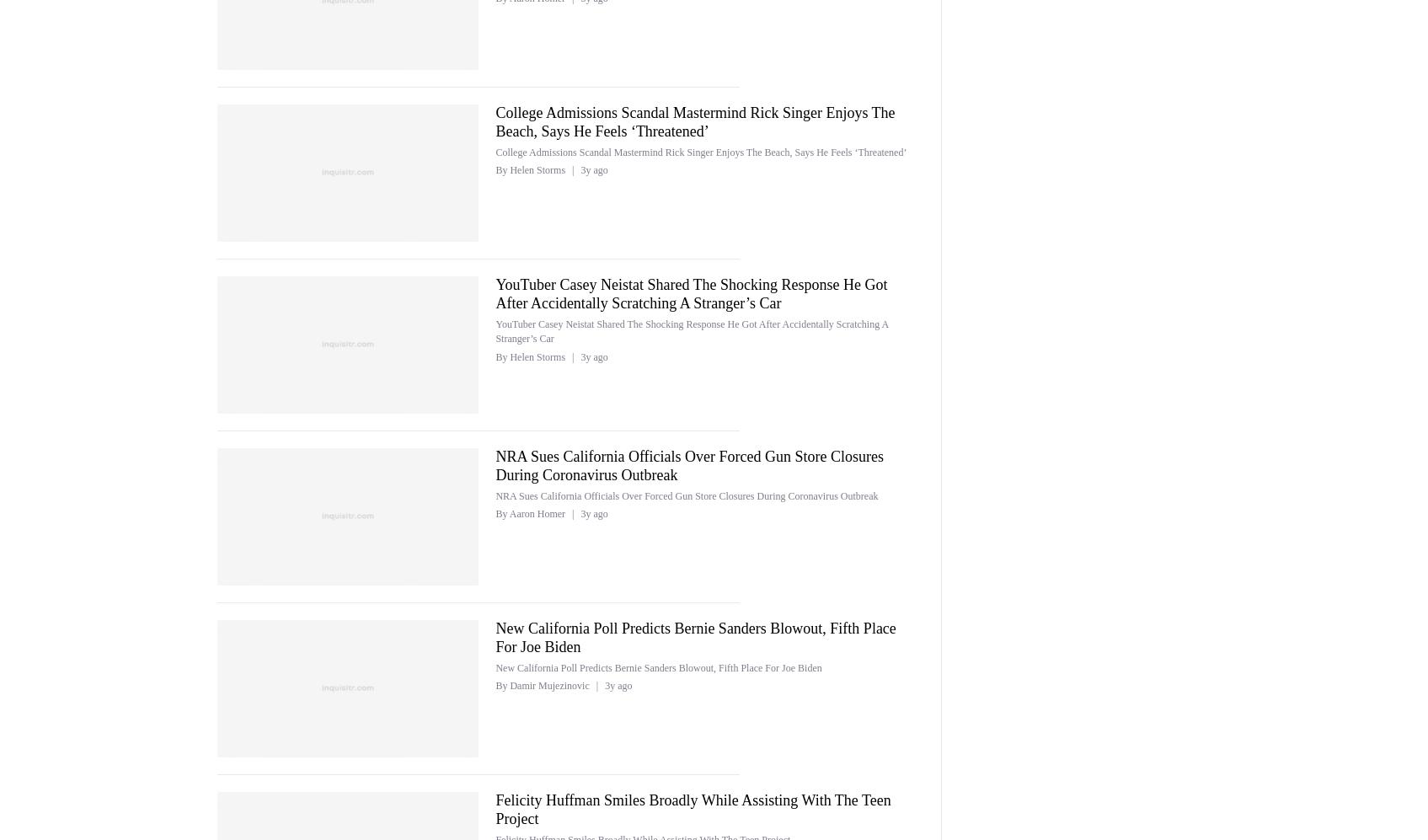  What do you see at coordinates (495, 512) in the screenshot?
I see `'By Aaron Homer'` at bounding box center [495, 512].